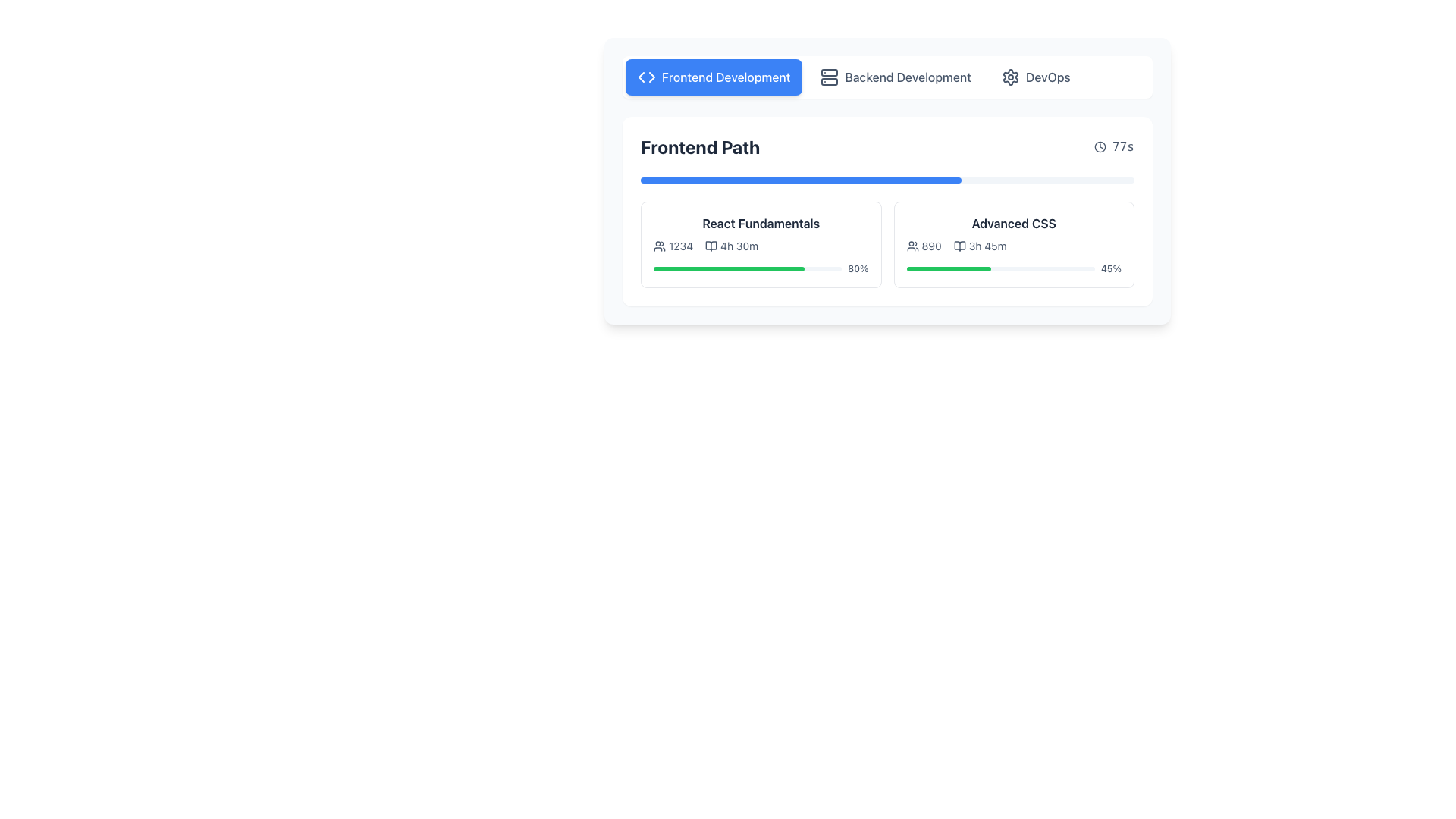 The height and width of the screenshot is (819, 1456). What do you see at coordinates (1100, 146) in the screenshot?
I see `the clock icon located on the right side of the interface, positioned above two progress indicators and adjacent to the numeric text '48s'` at bounding box center [1100, 146].